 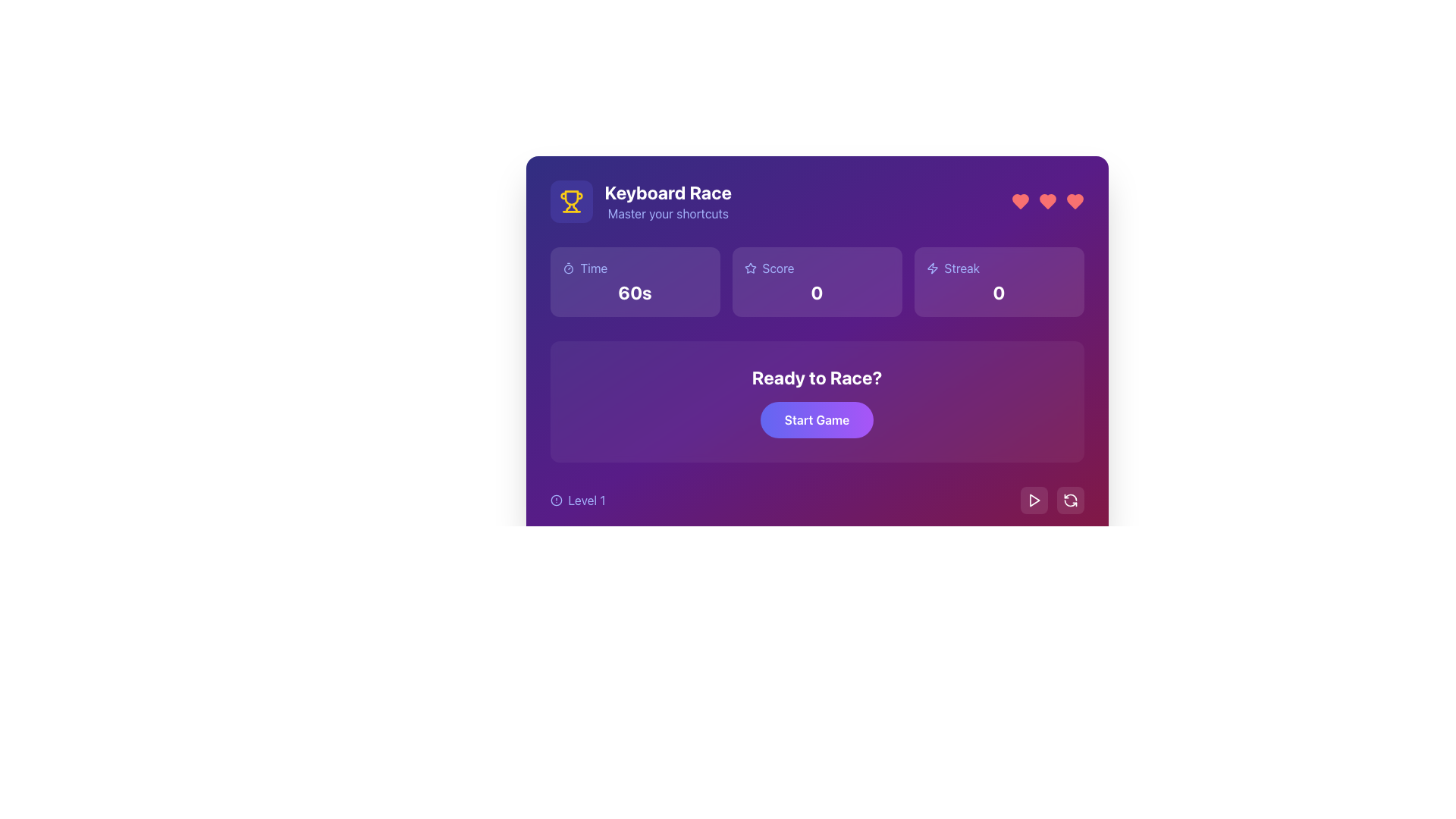 What do you see at coordinates (641, 201) in the screenshot?
I see `the Composite element containing a trophy icon and the text 'Keyboard Race' with the subtitle 'Master your shortcuts' located in the top-left corner of the interface` at bounding box center [641, 201].